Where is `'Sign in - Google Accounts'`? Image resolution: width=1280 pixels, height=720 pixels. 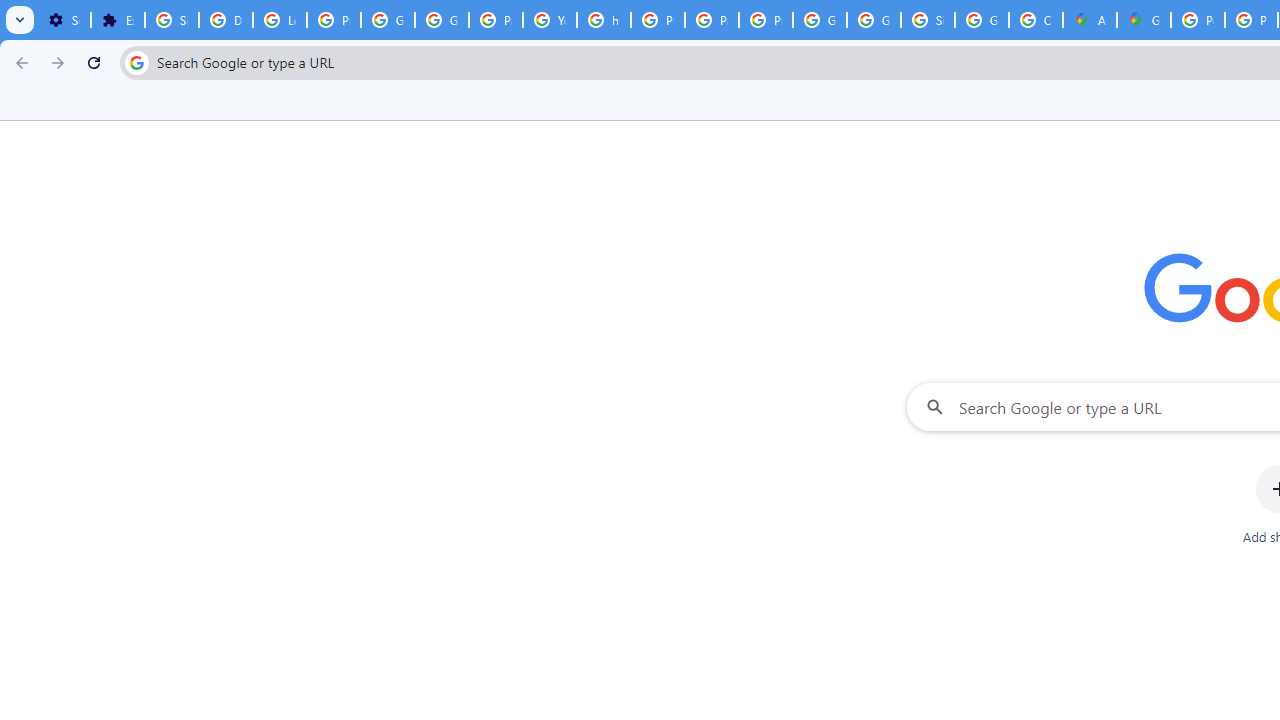
'Sign in - Google Accounts' is located at coordinates (927, 20).